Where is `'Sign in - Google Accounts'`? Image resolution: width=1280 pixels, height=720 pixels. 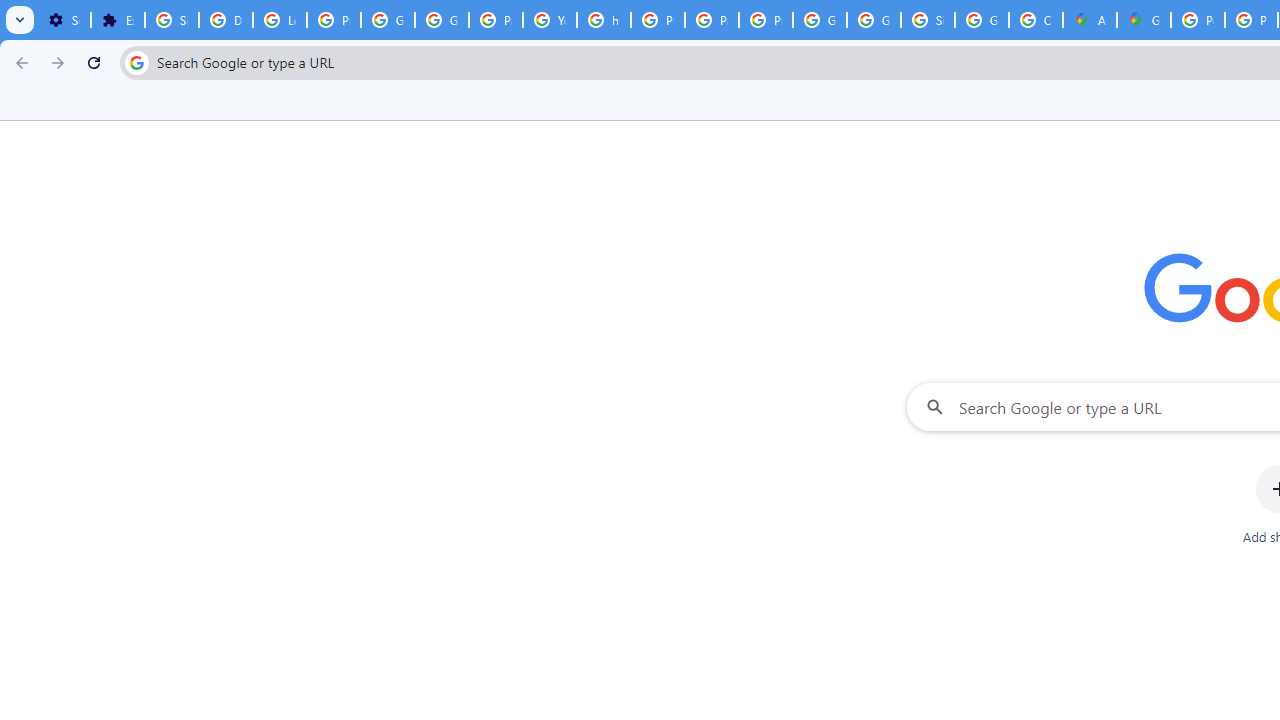
'Sign in - Google Accounts' is located at coordinates (927, 20).